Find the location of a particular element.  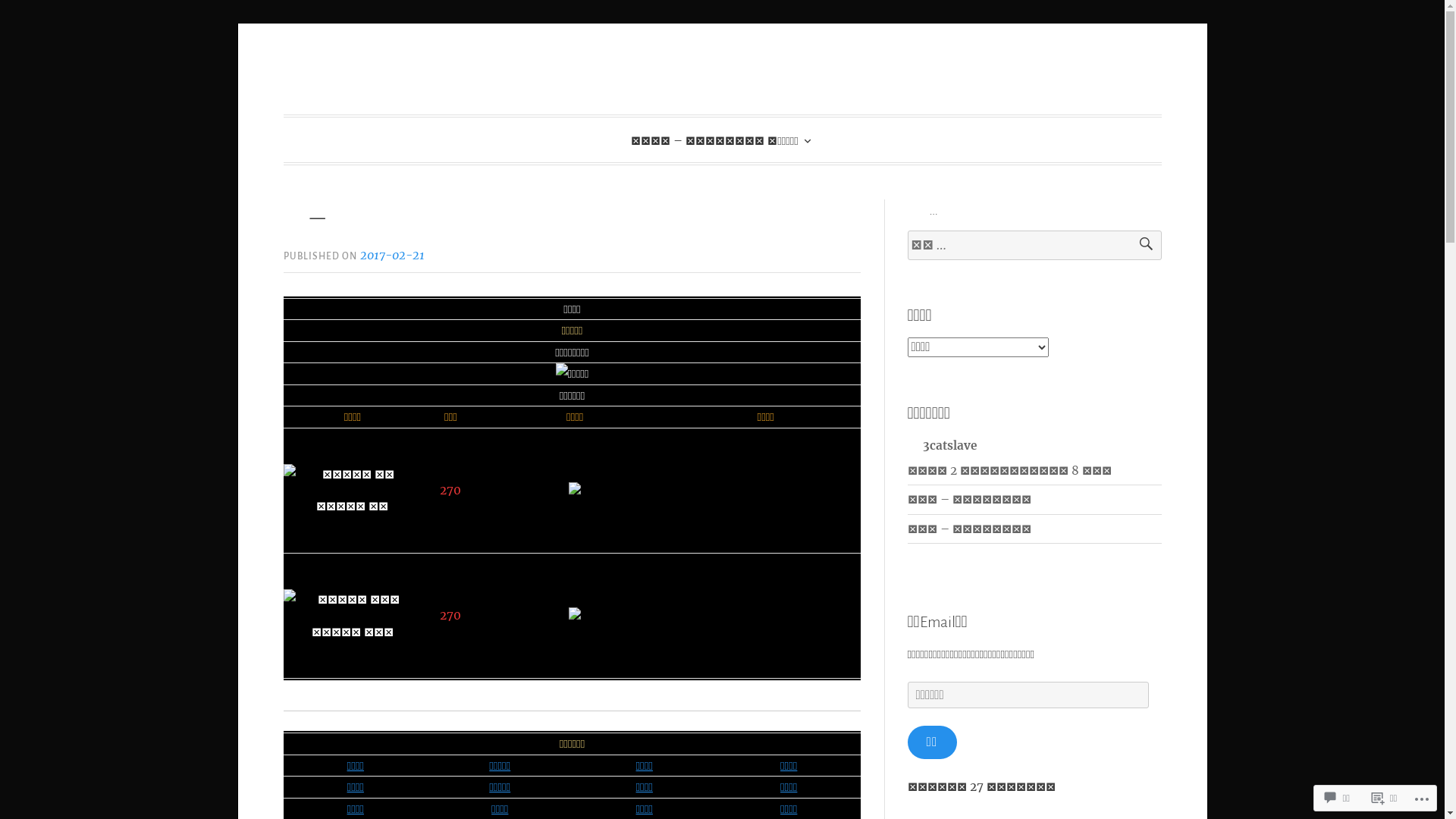

'2017-02-21' is located at coordinates (392, 254).